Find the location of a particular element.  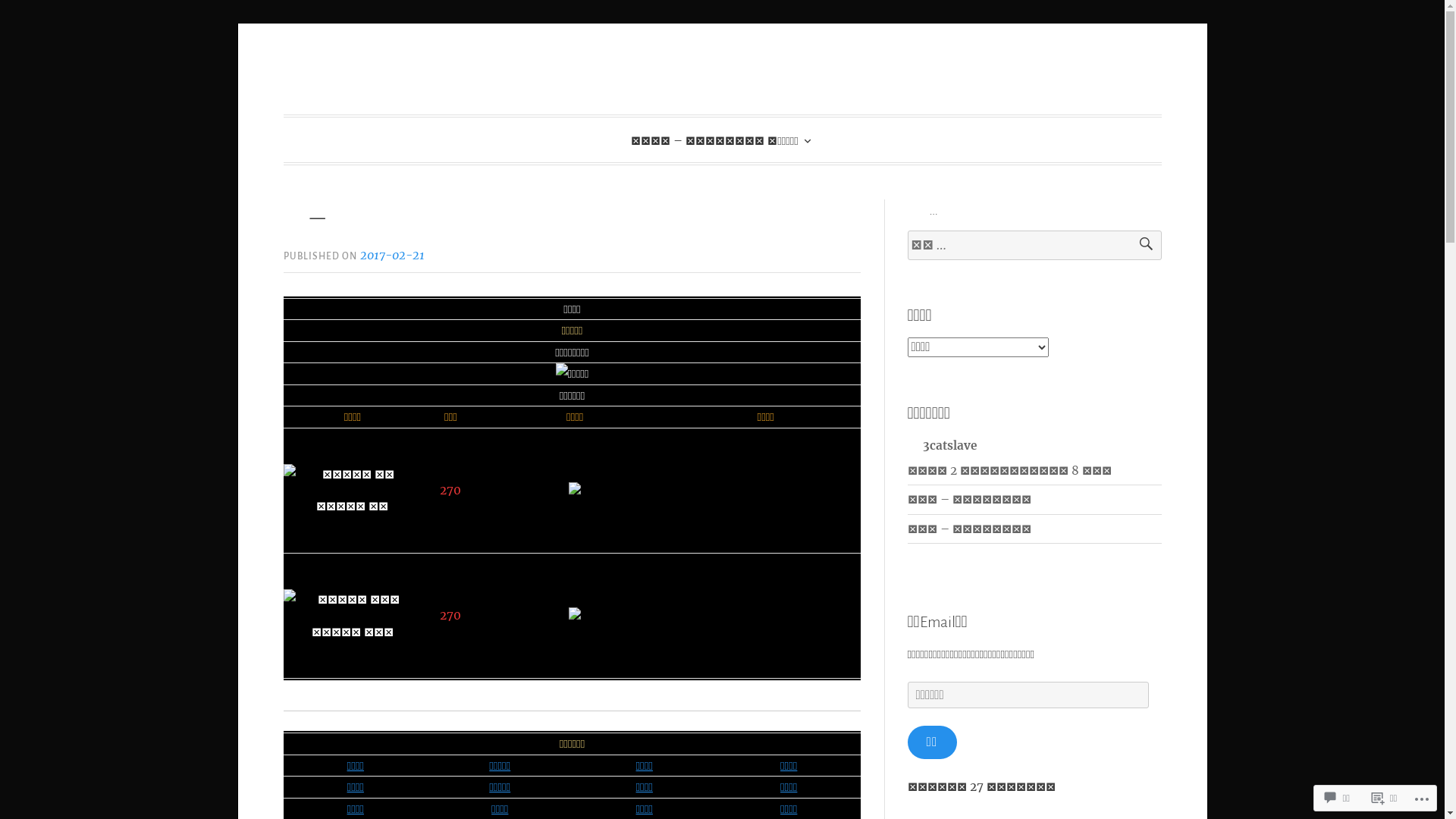

'2017-02-21' is located at coordinates (392, 254).